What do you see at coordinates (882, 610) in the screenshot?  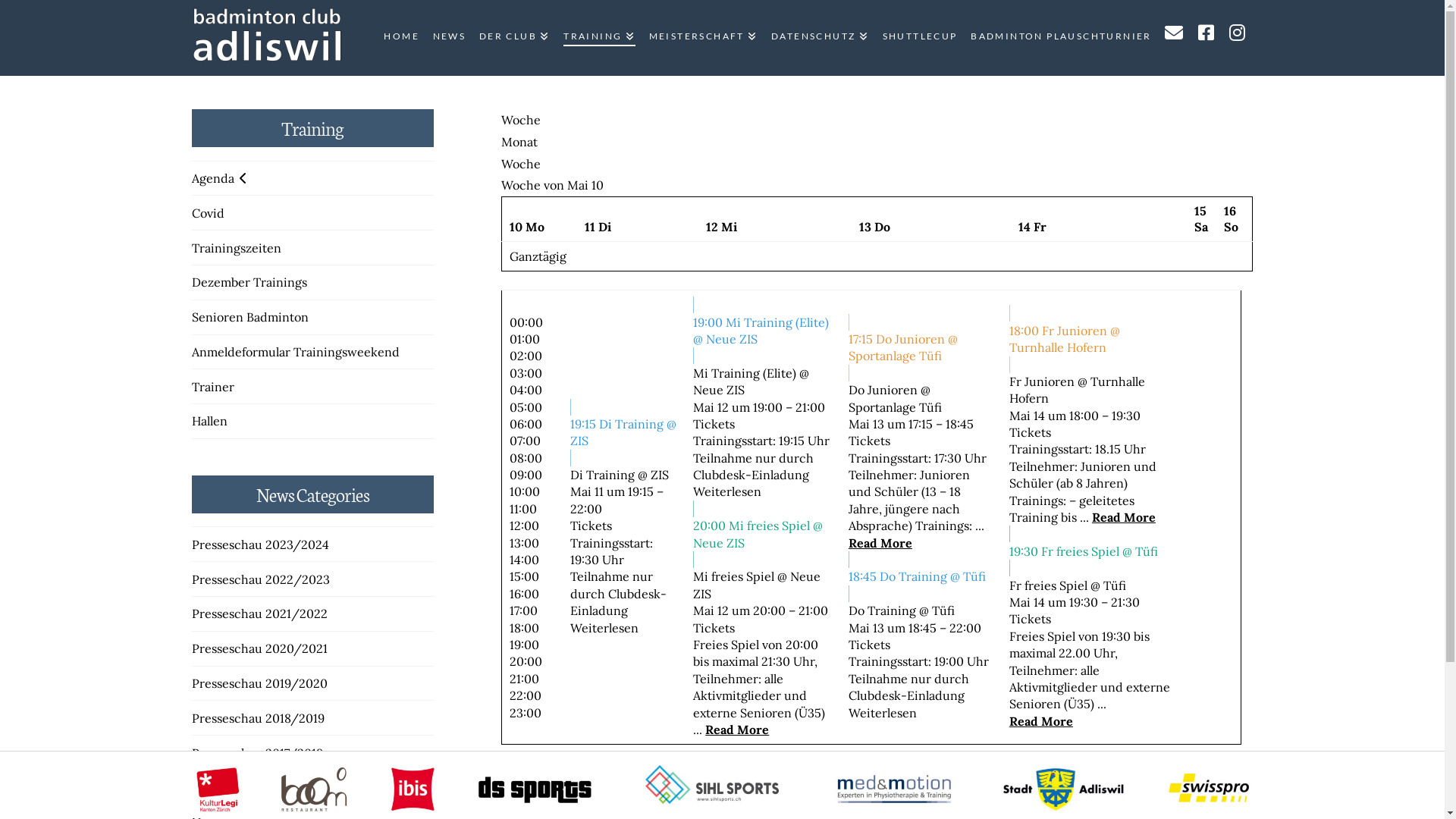 I see `'Do Training'` at bounding box center [882, 610].